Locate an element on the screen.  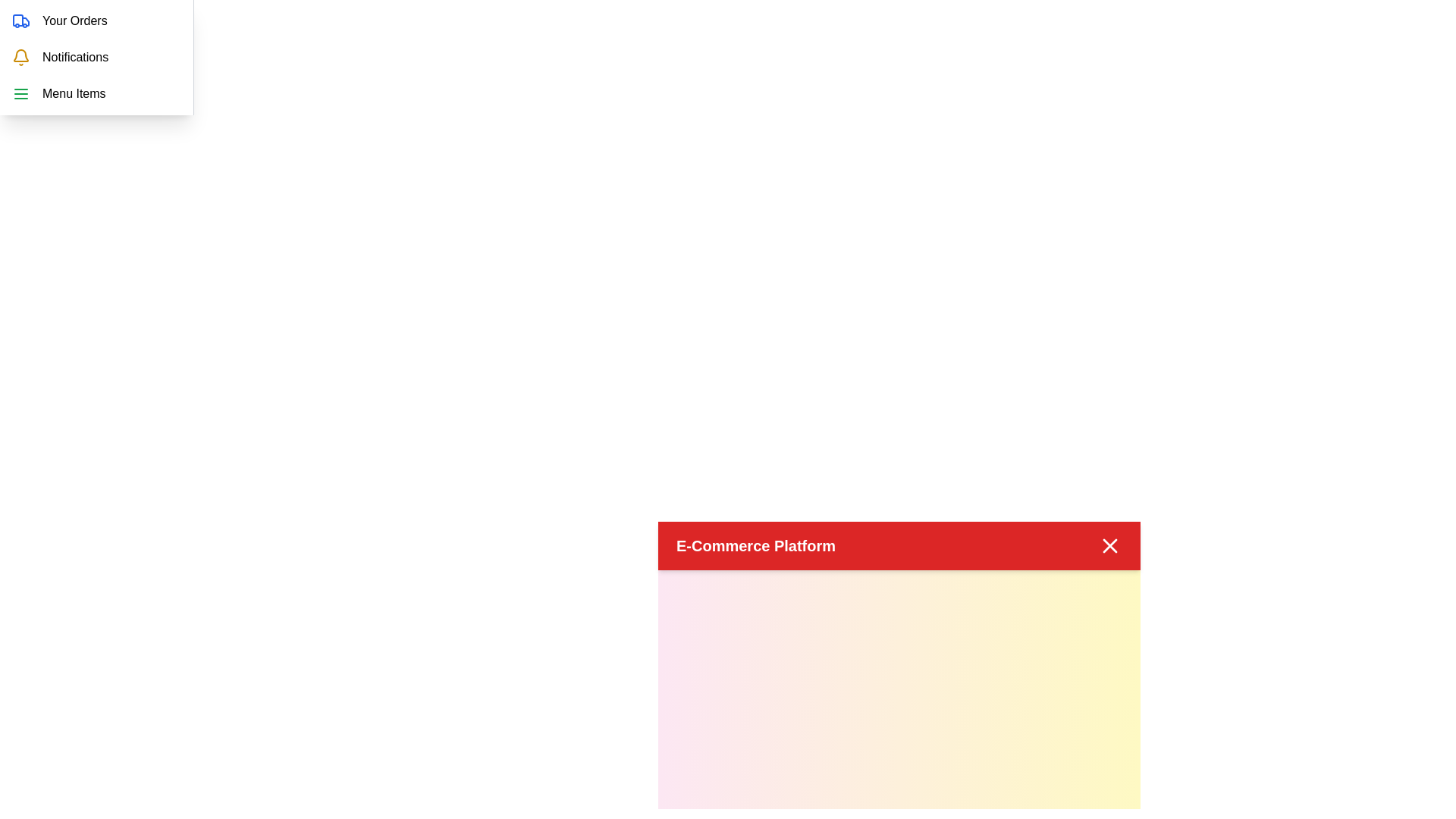
the third Navigation Link element labeled 'Menu Items' in the vertical list of options is located at coordinates (96, 93).